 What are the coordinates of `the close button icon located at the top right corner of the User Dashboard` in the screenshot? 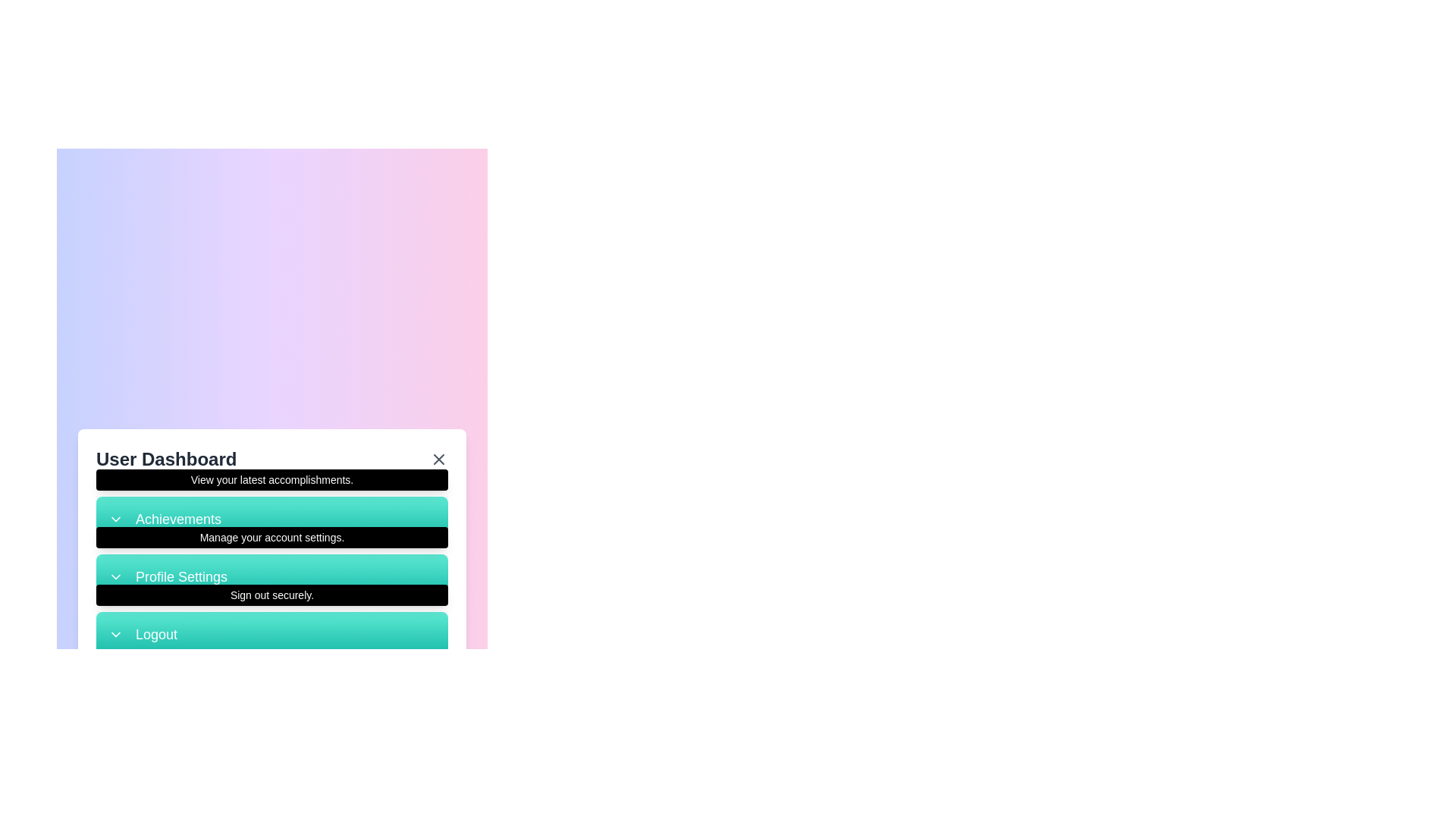 It's located at (438, 458).